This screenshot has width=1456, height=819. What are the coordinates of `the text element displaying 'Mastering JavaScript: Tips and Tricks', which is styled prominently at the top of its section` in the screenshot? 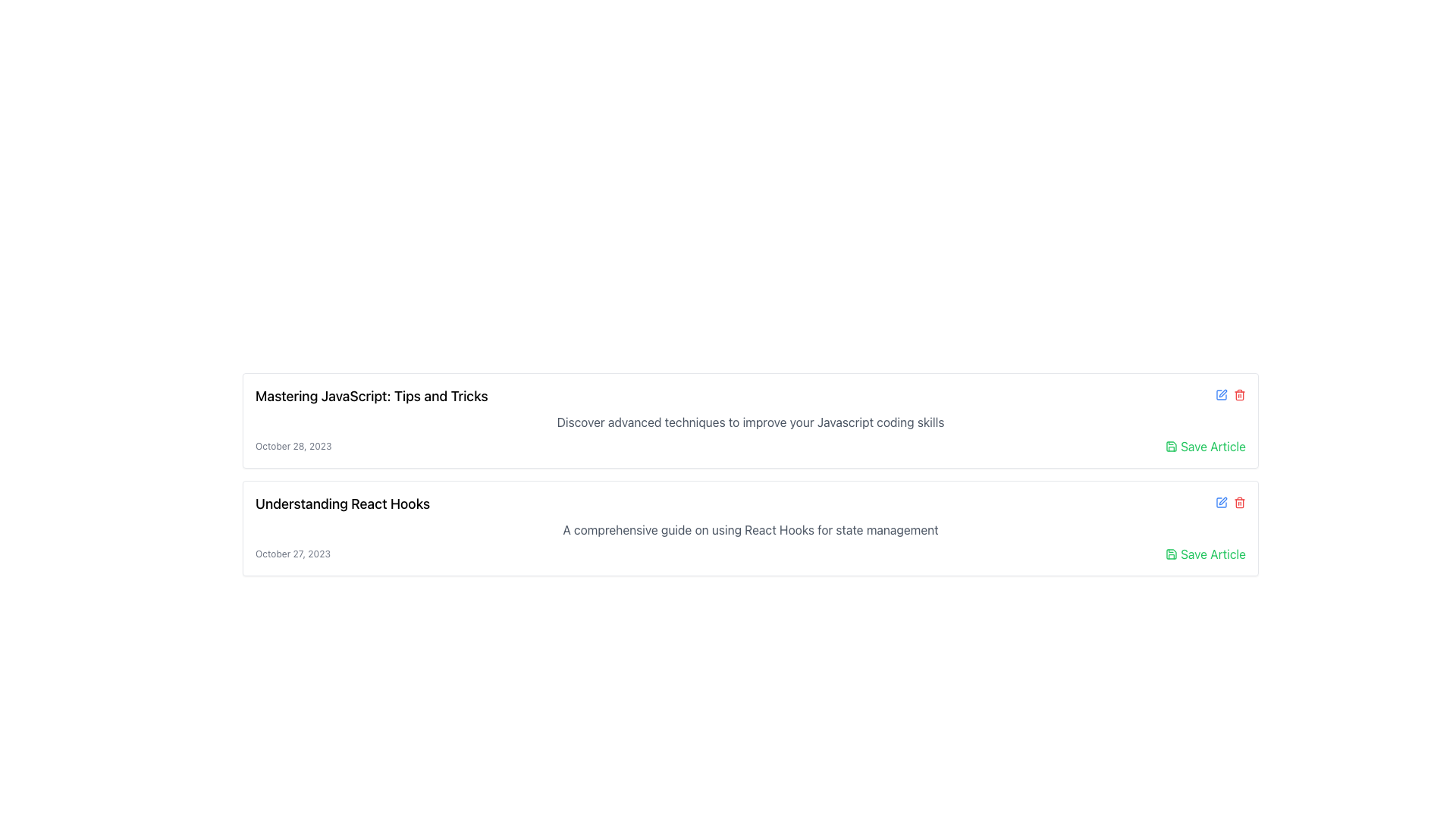 It's located at (372, 396).